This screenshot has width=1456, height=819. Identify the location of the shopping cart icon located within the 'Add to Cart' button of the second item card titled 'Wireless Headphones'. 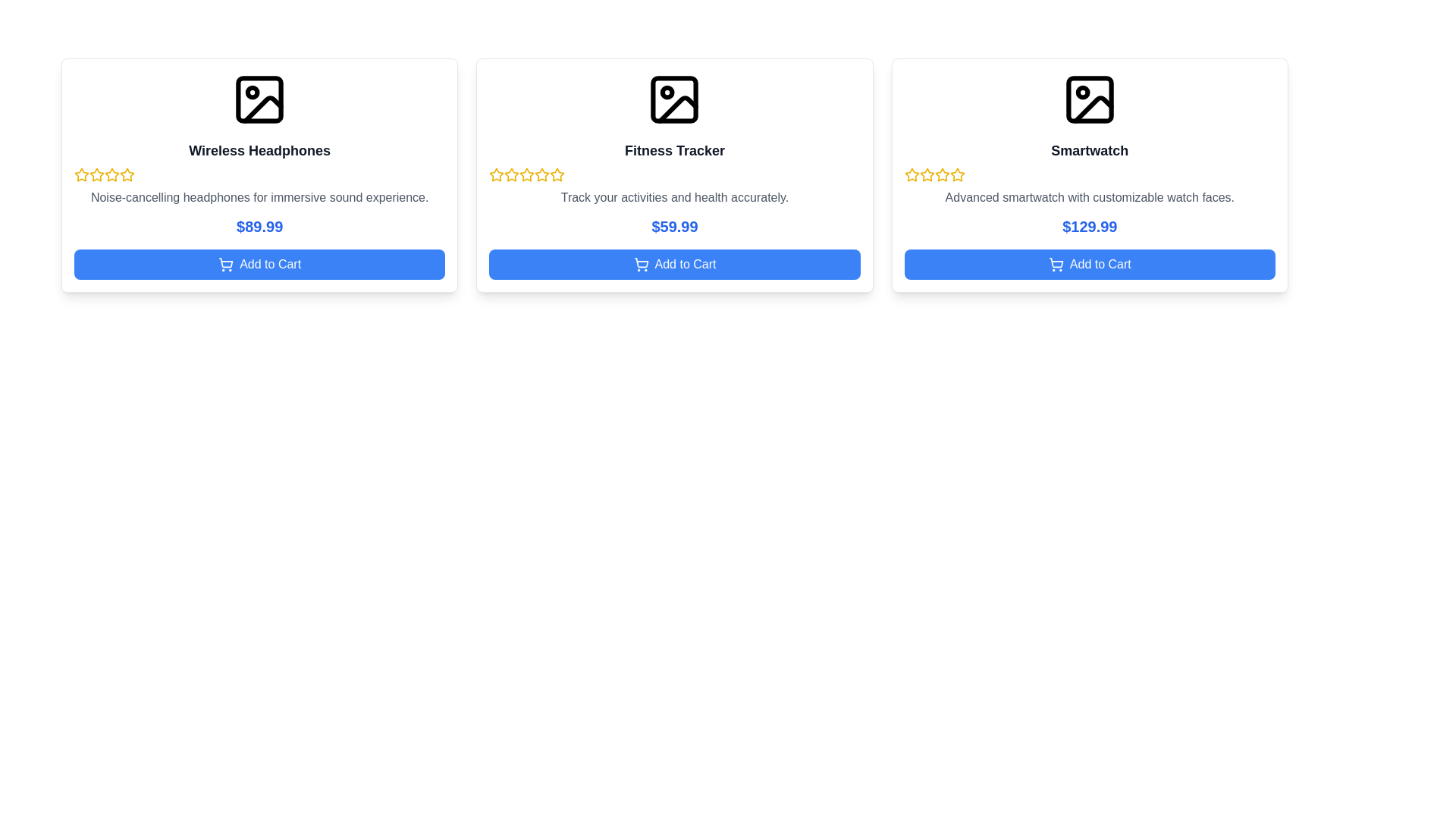
(225, 262).